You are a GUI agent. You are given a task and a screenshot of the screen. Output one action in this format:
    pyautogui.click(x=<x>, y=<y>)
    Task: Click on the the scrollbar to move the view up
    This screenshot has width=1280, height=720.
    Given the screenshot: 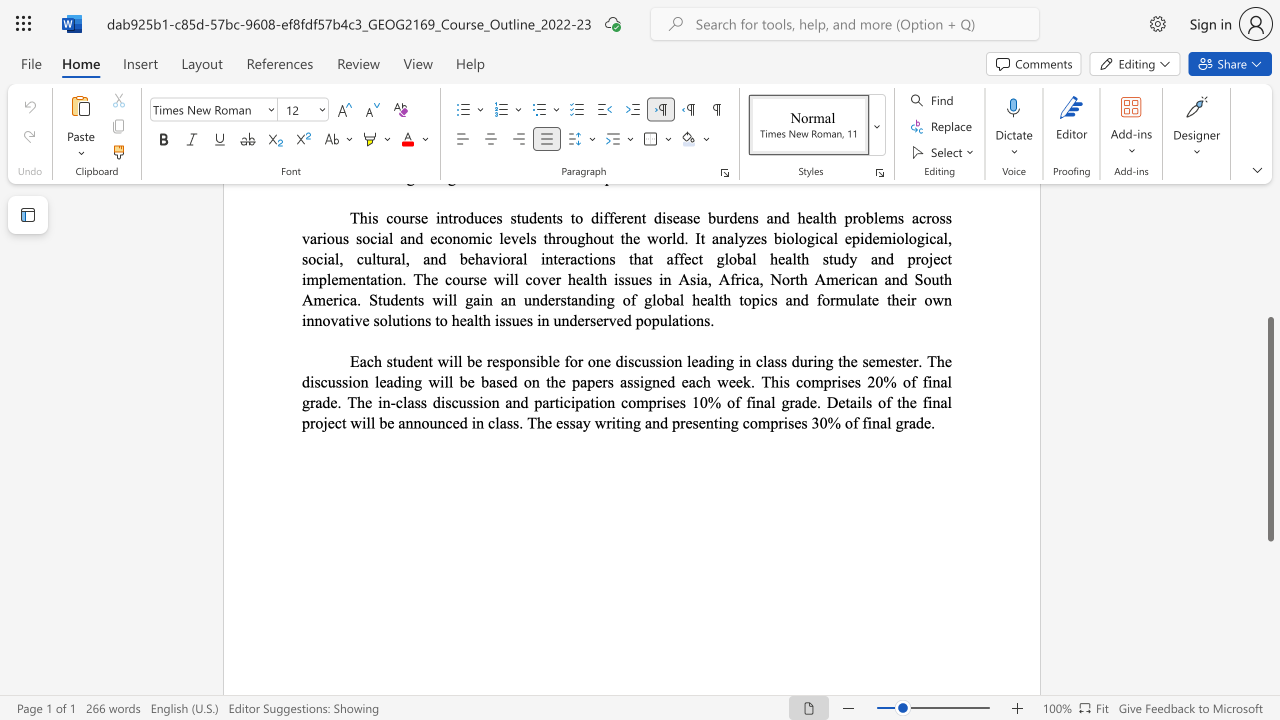 What is the action you would take?
    pyautogui.click(x=1269, y=258)
    